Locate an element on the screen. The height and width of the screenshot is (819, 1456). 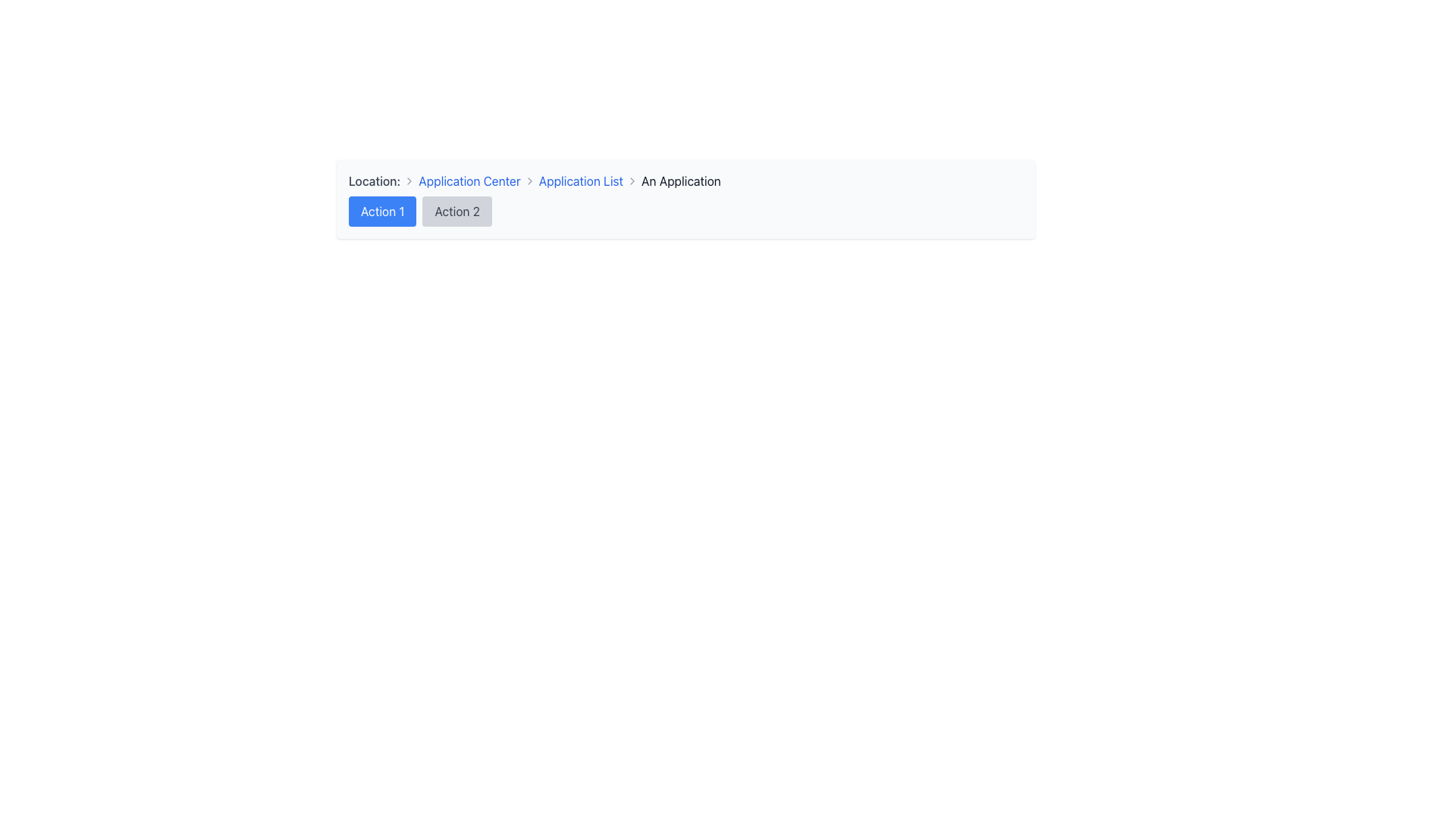
the second clickable text link in the breadcrumb navigation that redirects users to the 'Application Center' page is located at coordinates (469, 180).